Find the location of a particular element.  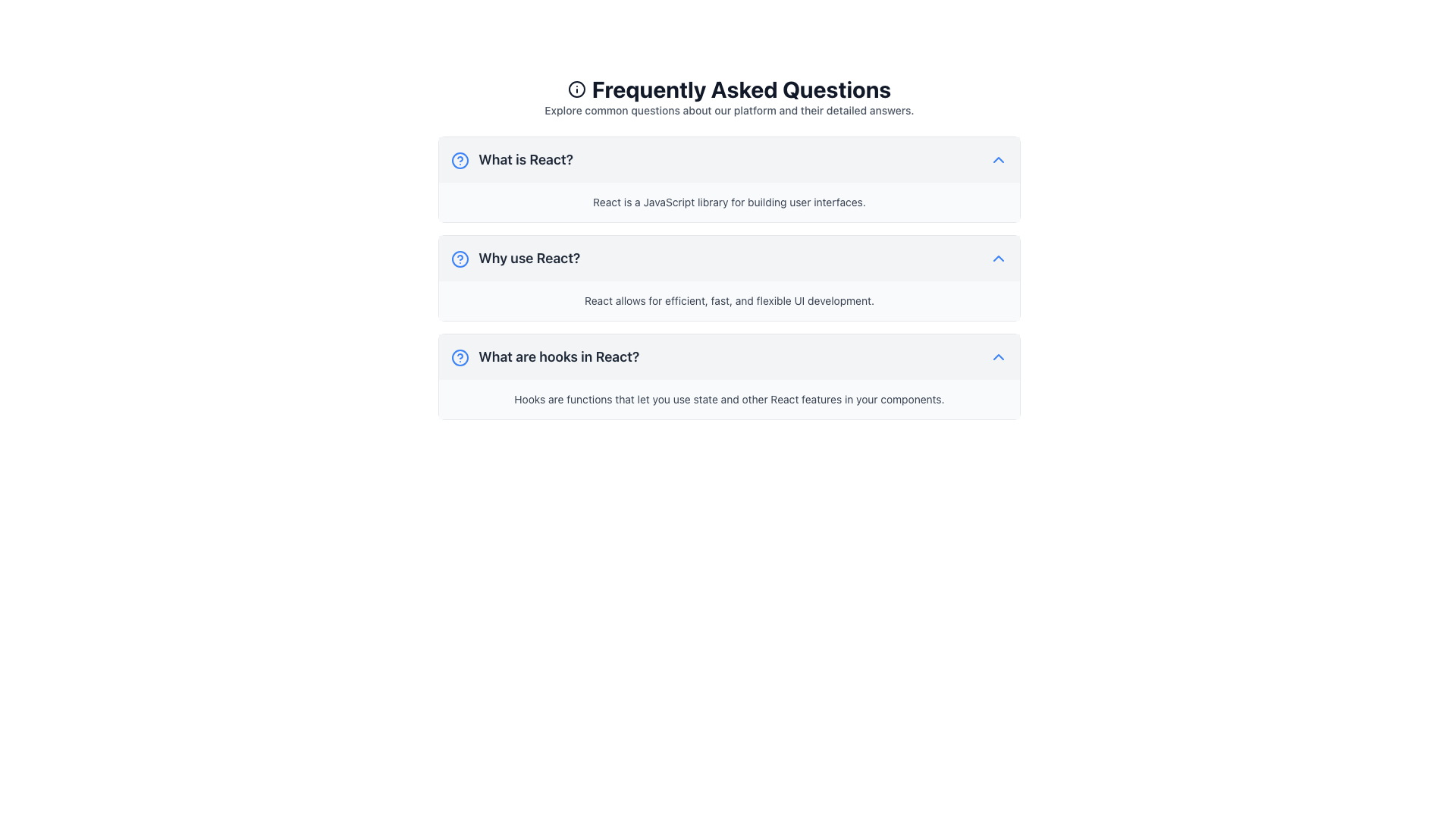

the second FAQ item with the question 'Why use React?' is located at coordinates (729, 253).